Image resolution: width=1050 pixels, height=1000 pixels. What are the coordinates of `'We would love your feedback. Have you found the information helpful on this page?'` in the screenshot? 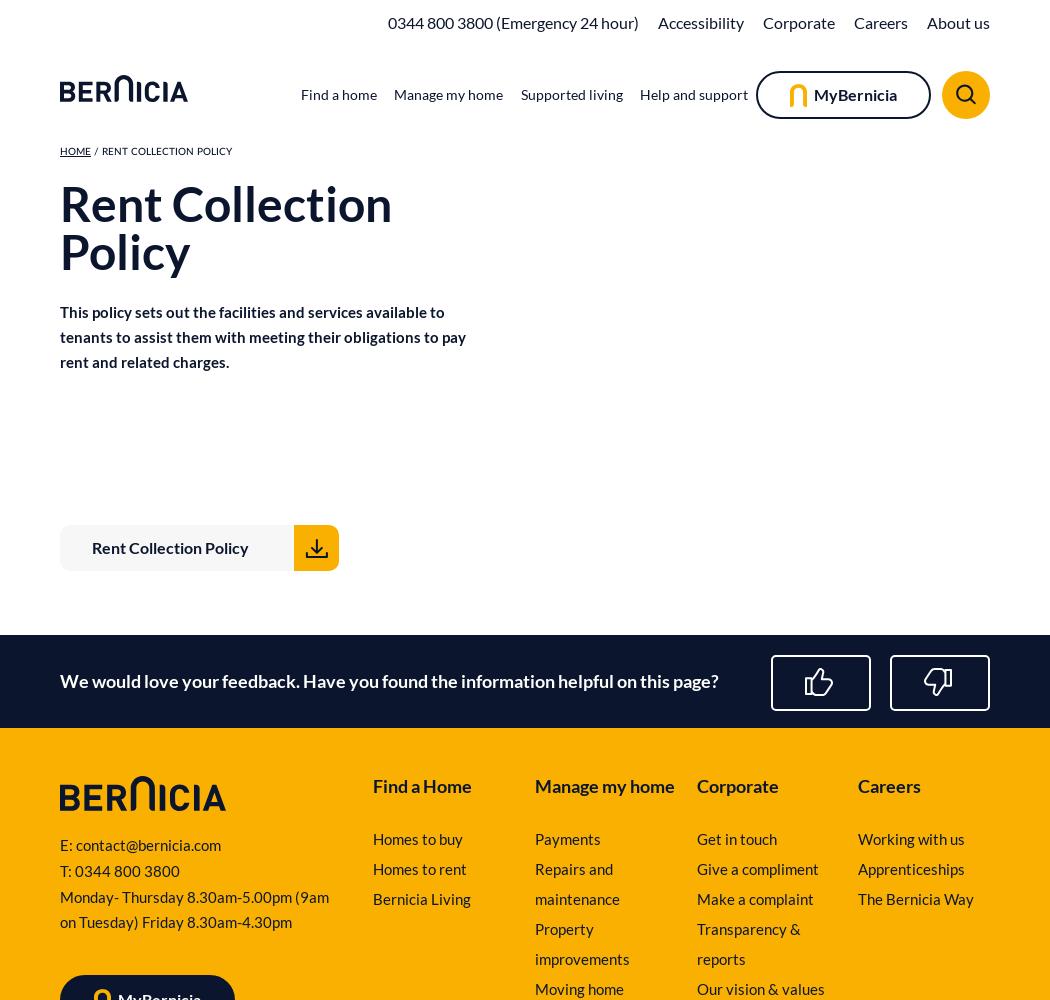 It's located at (389, 681).